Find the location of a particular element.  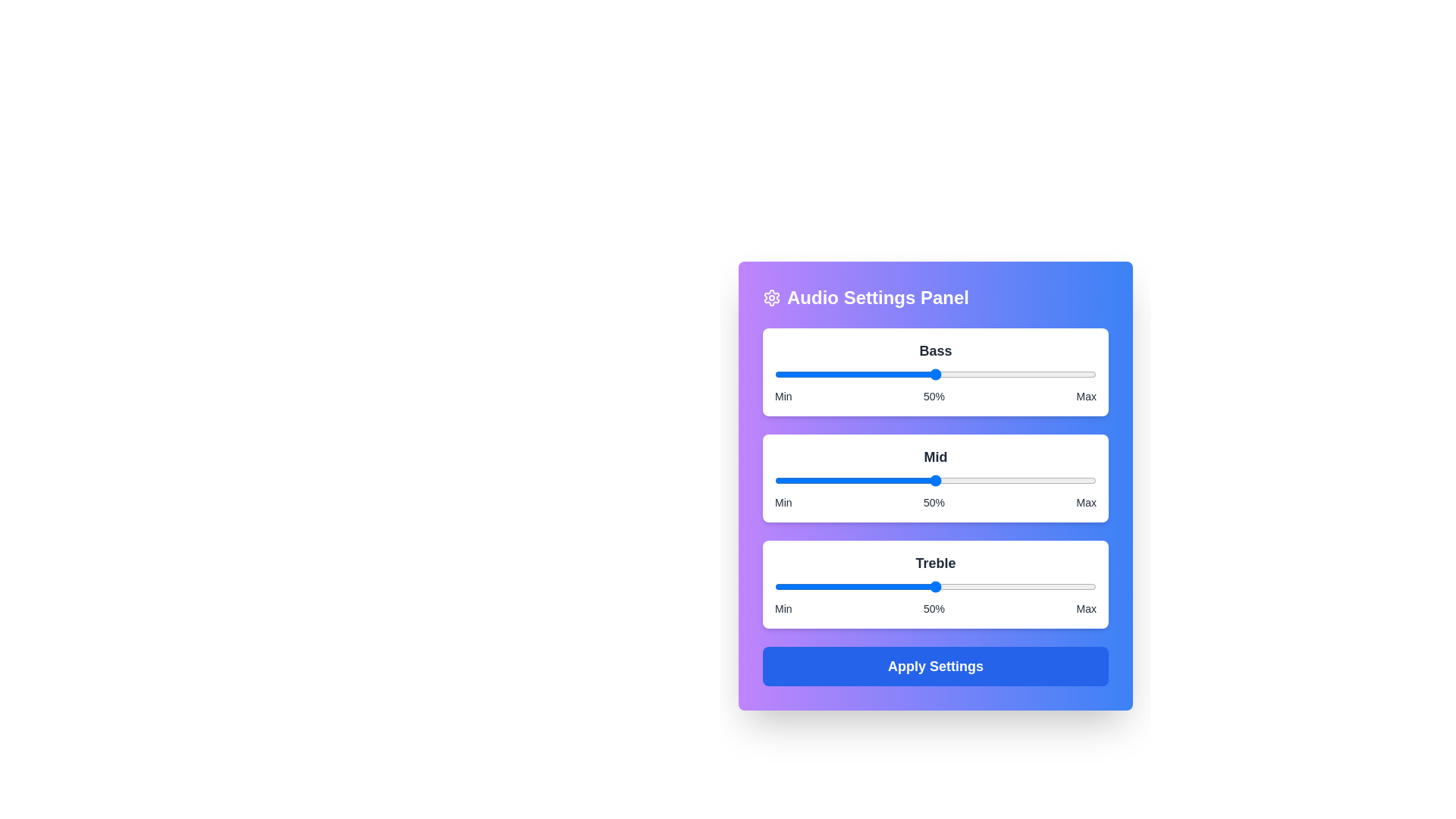

the Label group displaying the text 'Min', '50%', and 'Max' which is positioned beneath the slider in the Audio Settings Panel is located at coordinates (934, 503).